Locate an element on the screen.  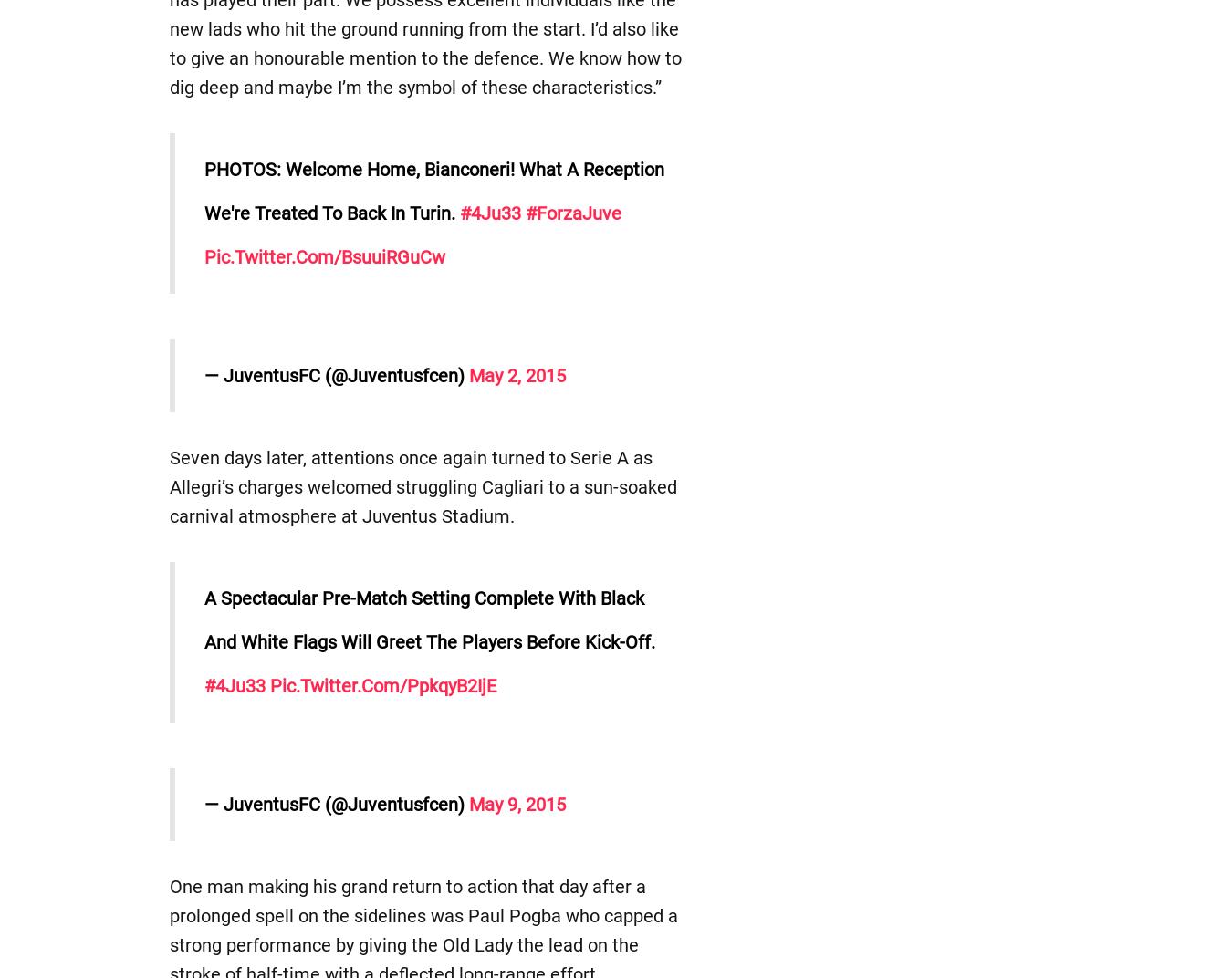
'pic.twitter.com/BsuuiRGuCw' is located at coordinates (324, 256).